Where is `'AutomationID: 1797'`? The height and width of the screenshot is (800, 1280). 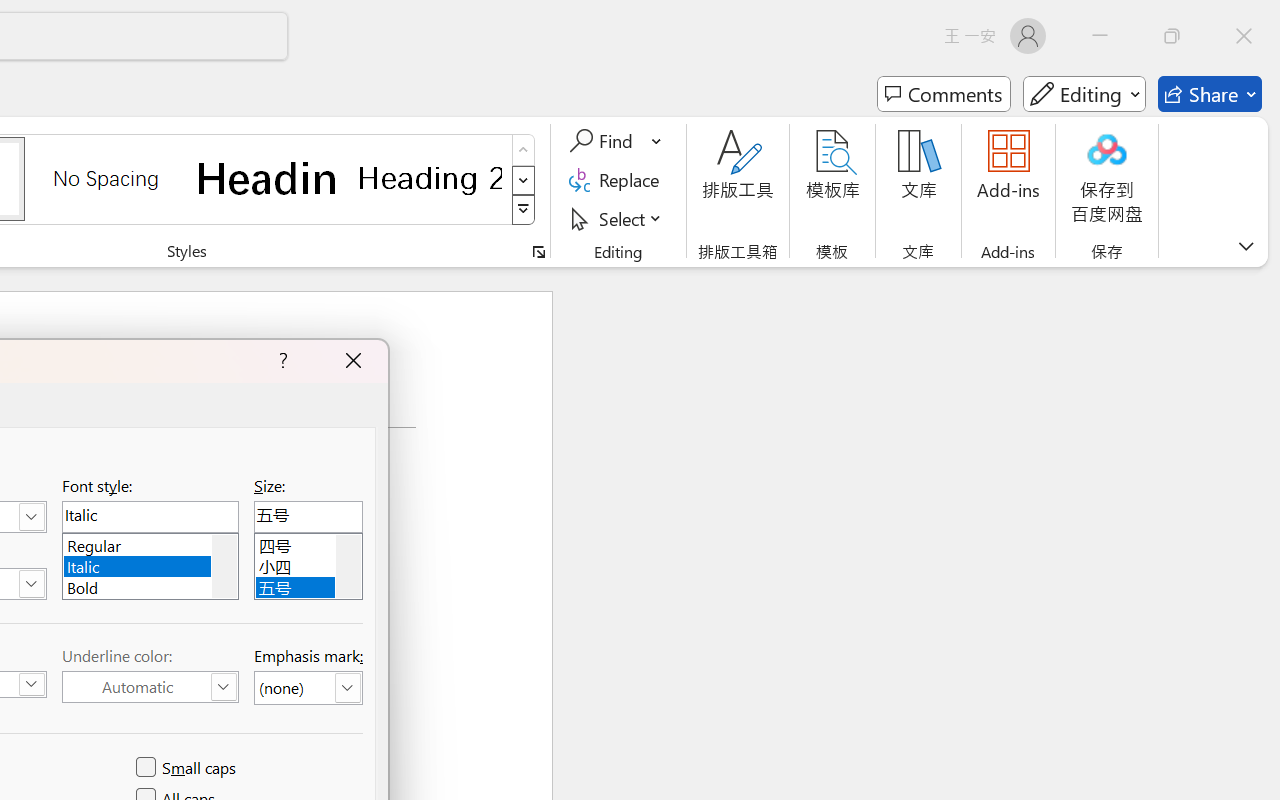
'AutomationID: 1797' is located at coordinates (348, 566).